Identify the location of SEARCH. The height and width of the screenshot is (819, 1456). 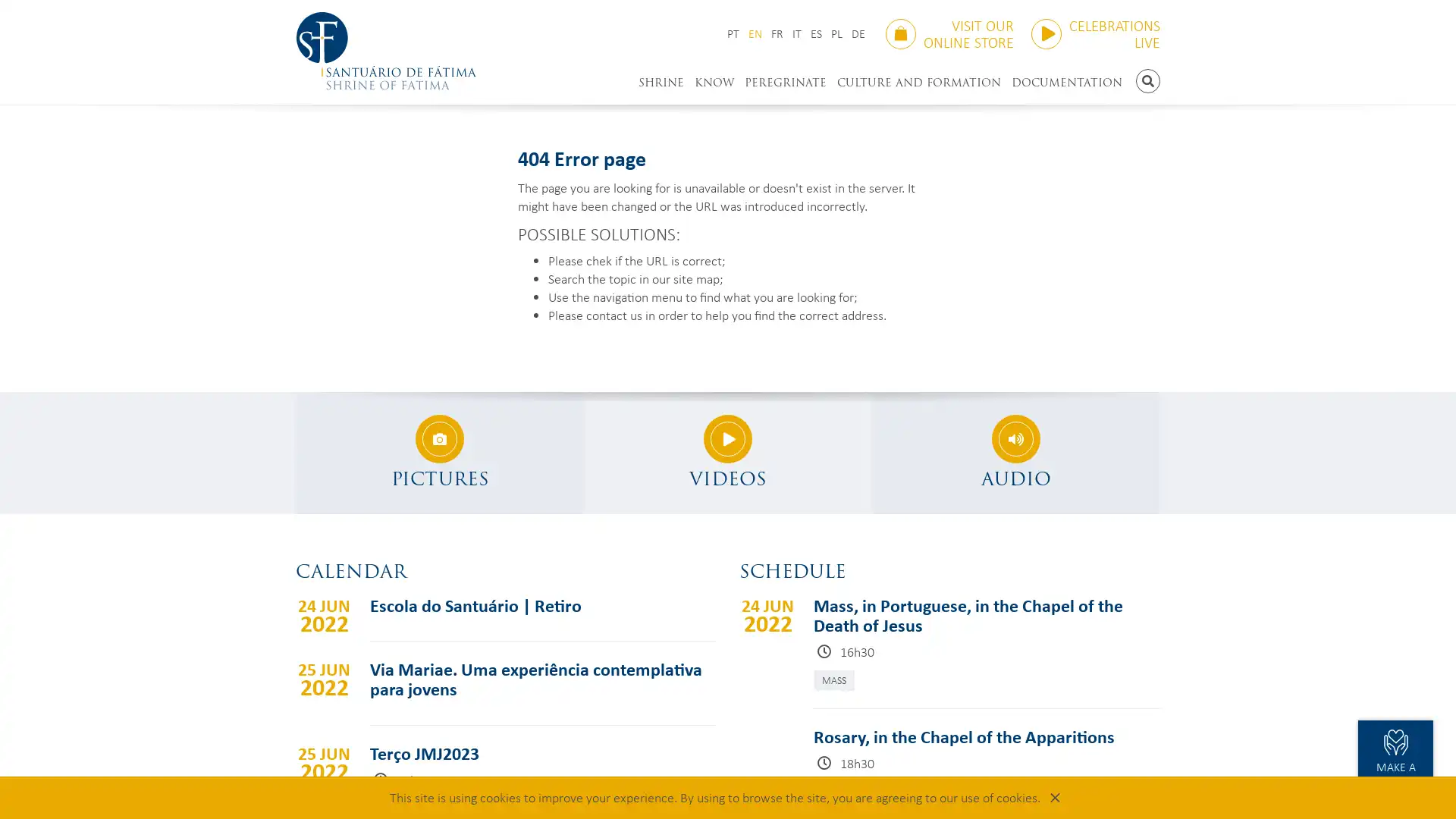
(1147, 81).